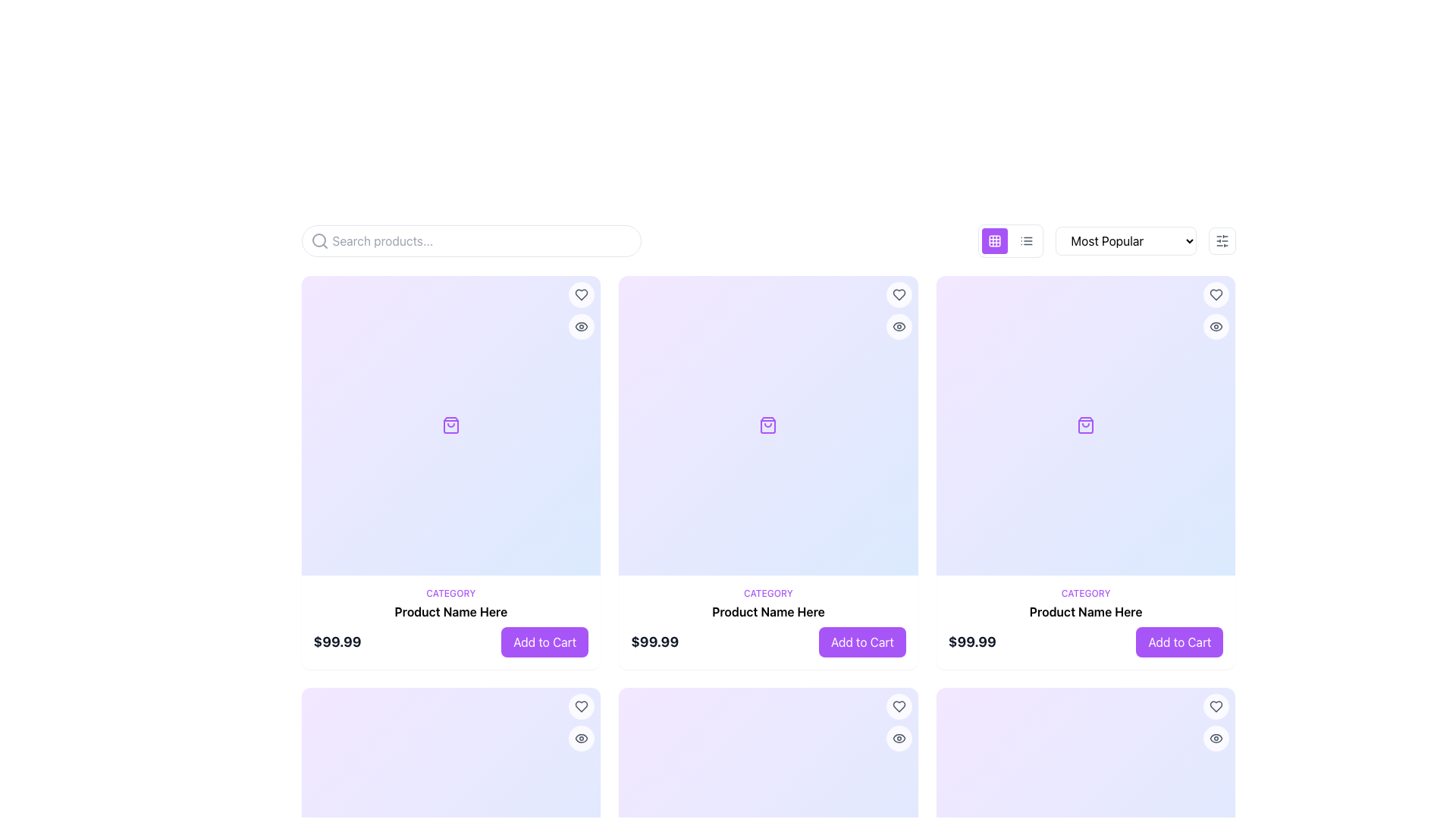 The image size is (1456, 819). Describe the element at coordinates (899, 326) in the screenshot. I see `the eye icon located in the top-right portion of the card, which serves as a visibility toggle for the associated product, positioned just to the left of the heart icon` at that location.